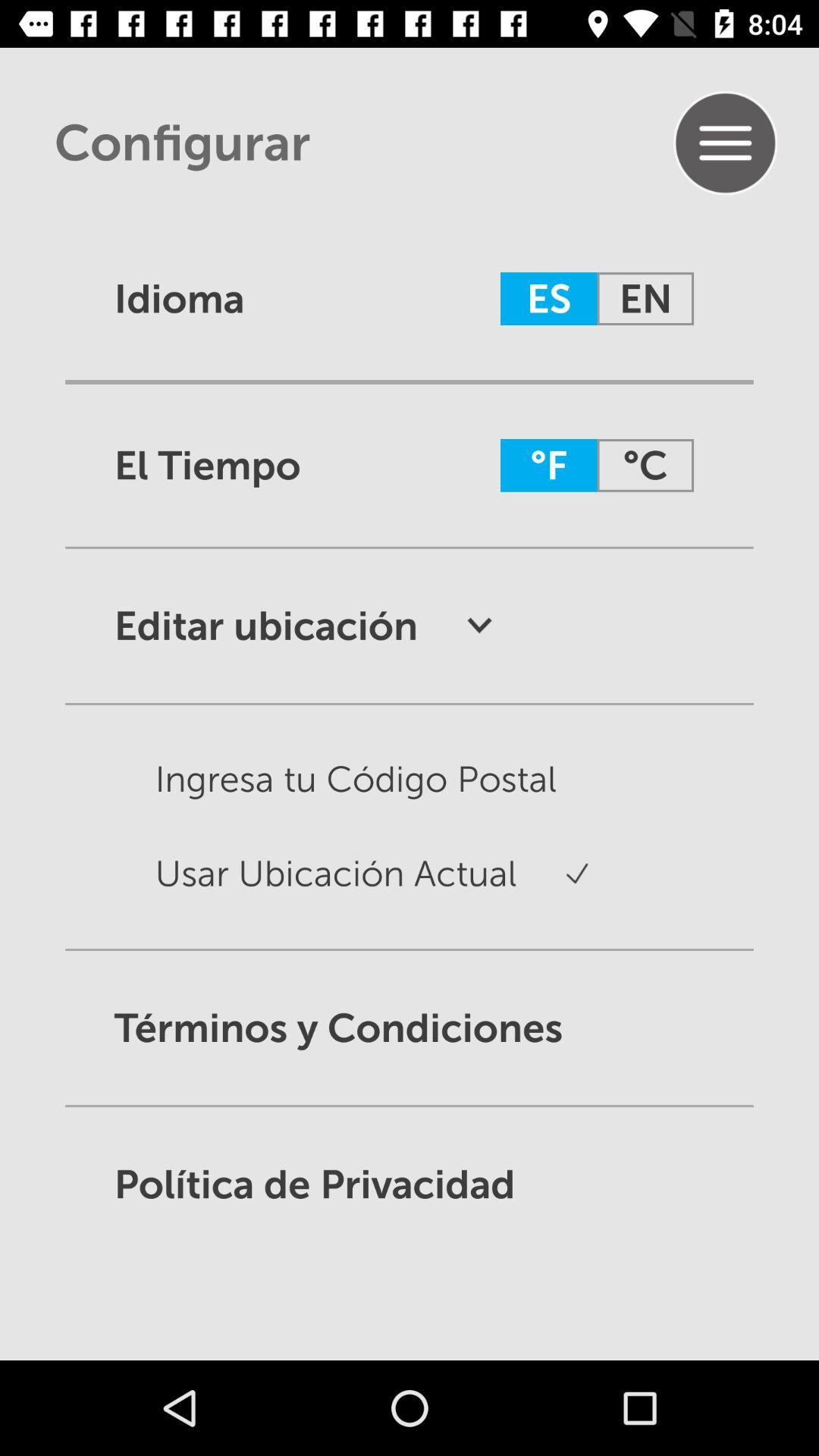 The width and height of the screenshot is (819, 1456). I want to click on the tick symbol beside usar abicacion actual, so click(553, 888).